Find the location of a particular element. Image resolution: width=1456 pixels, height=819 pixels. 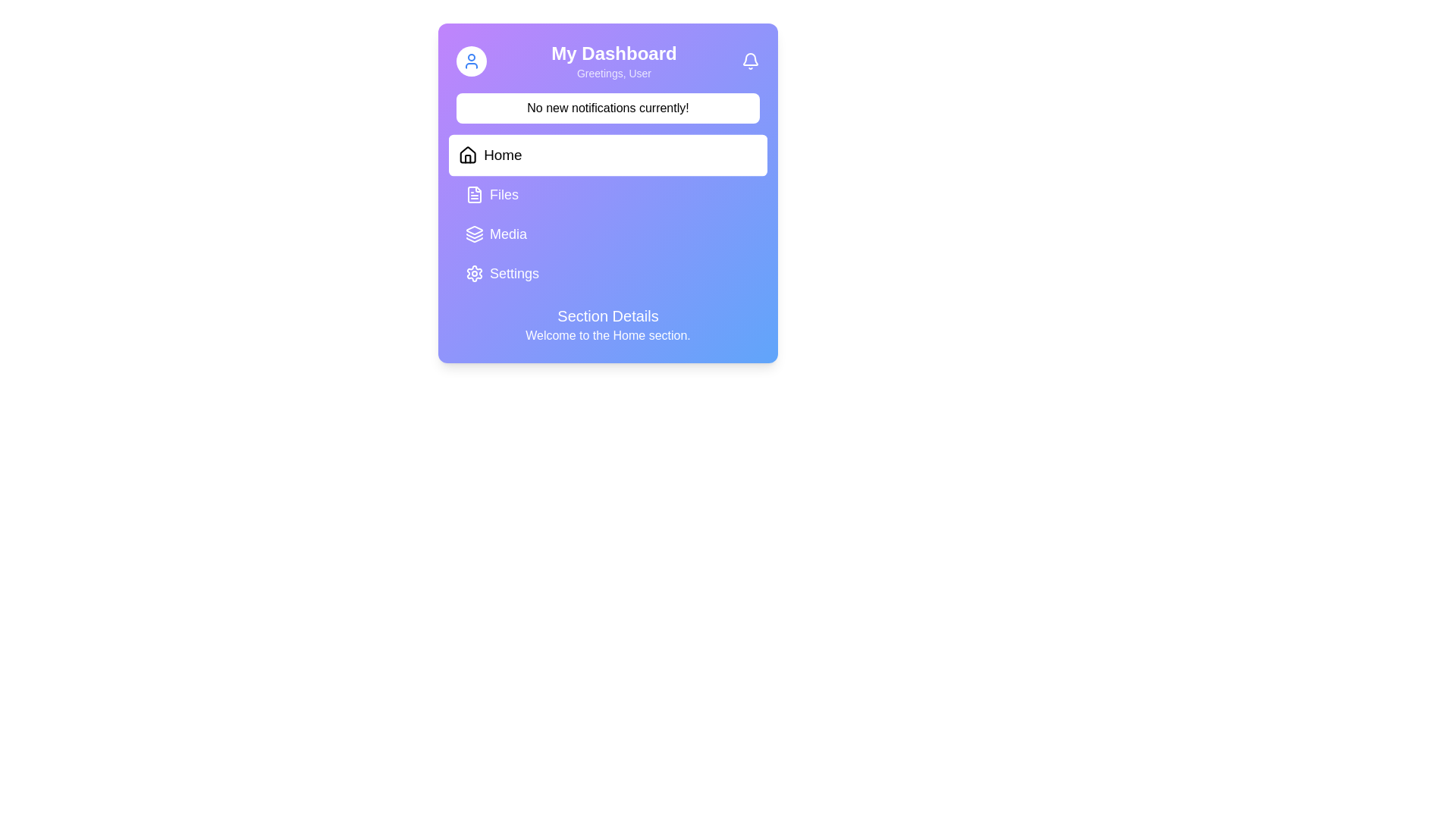

the Navigation menu, which has a gradient blue background and contains the items 'Home', 'Files', 'Media', and 'Settings' is located at coordinates (607, 214).